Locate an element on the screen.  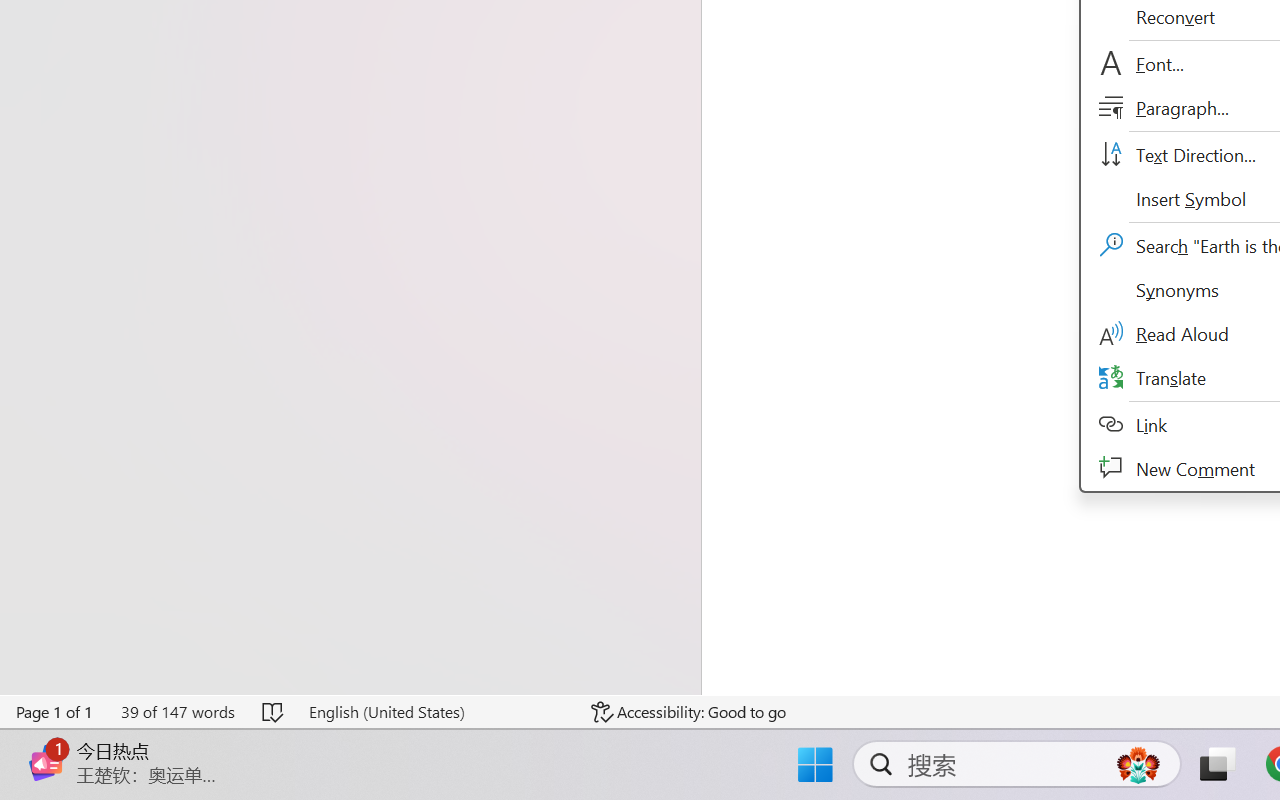
'Page Number Page 1 of 1' is located at coordinates (55, 711).